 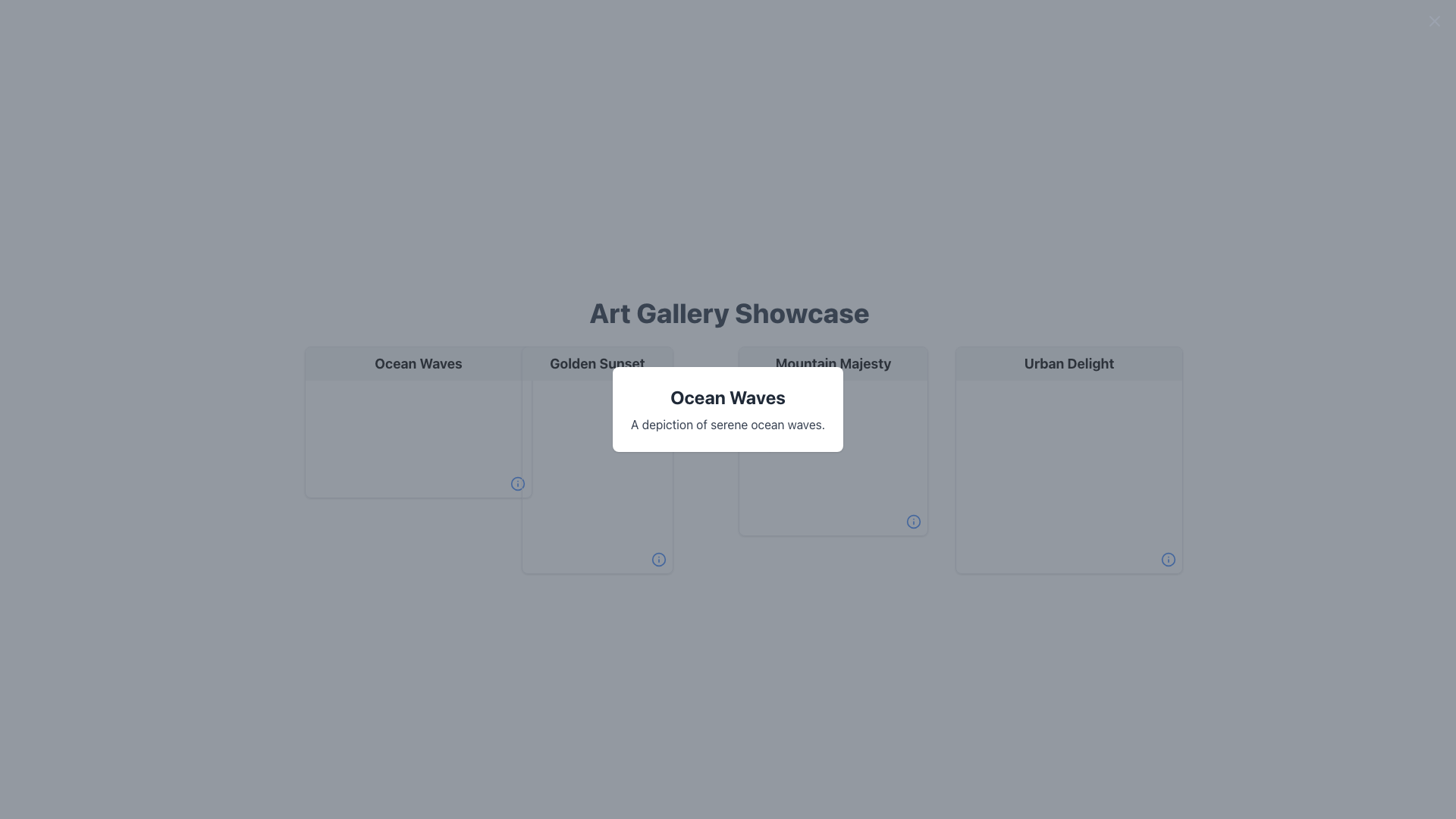 I want to click on the text label displaying 'Urban Delight', which is styled with bold, centered font and has a distinct background color, located at the upper part of a card layout, so click(x=1068, y=363).